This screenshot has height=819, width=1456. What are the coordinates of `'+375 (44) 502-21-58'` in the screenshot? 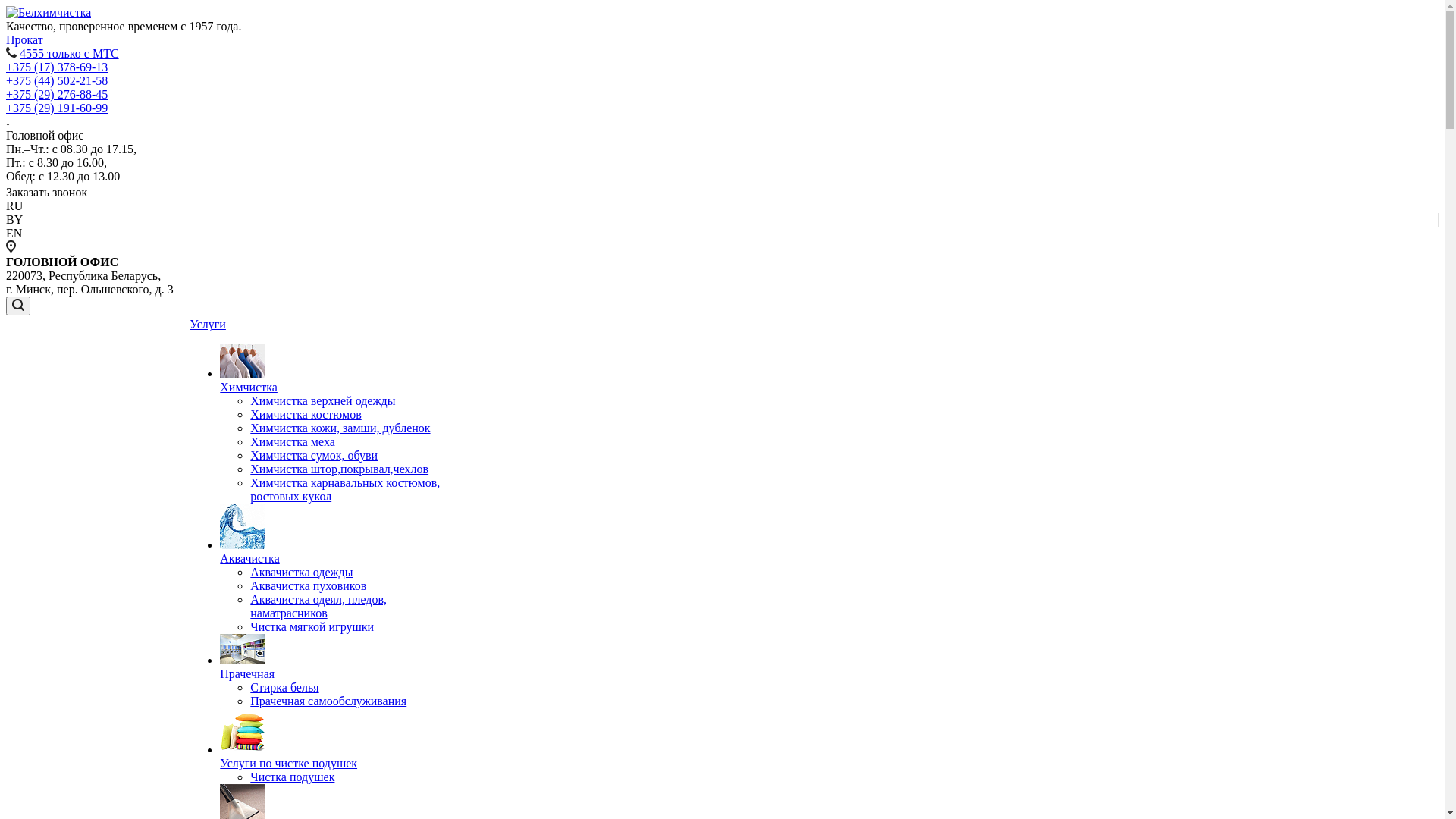 It's located at (57, 80).